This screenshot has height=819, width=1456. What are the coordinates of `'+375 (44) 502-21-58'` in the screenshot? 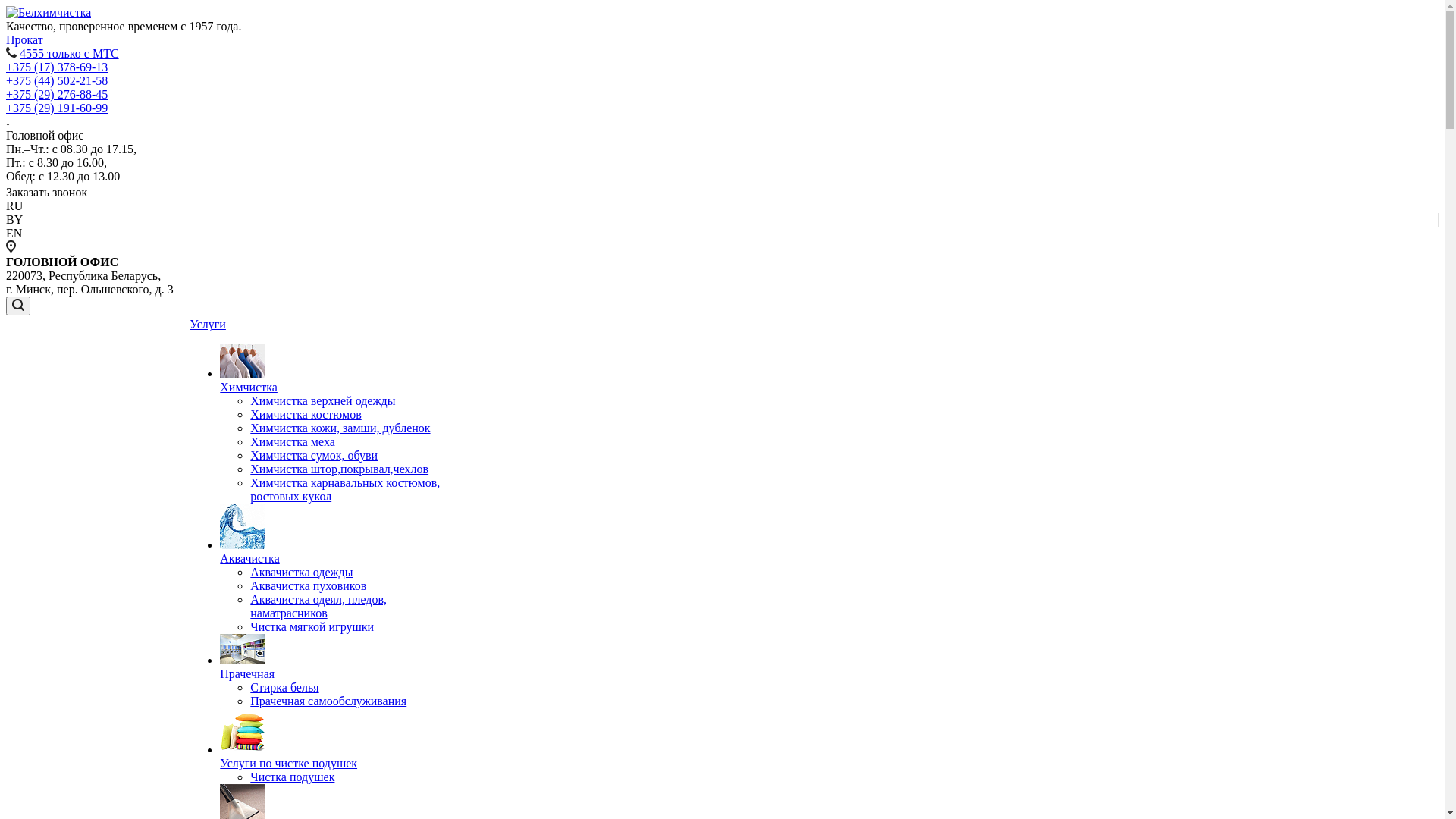 It's located at (57, 80).